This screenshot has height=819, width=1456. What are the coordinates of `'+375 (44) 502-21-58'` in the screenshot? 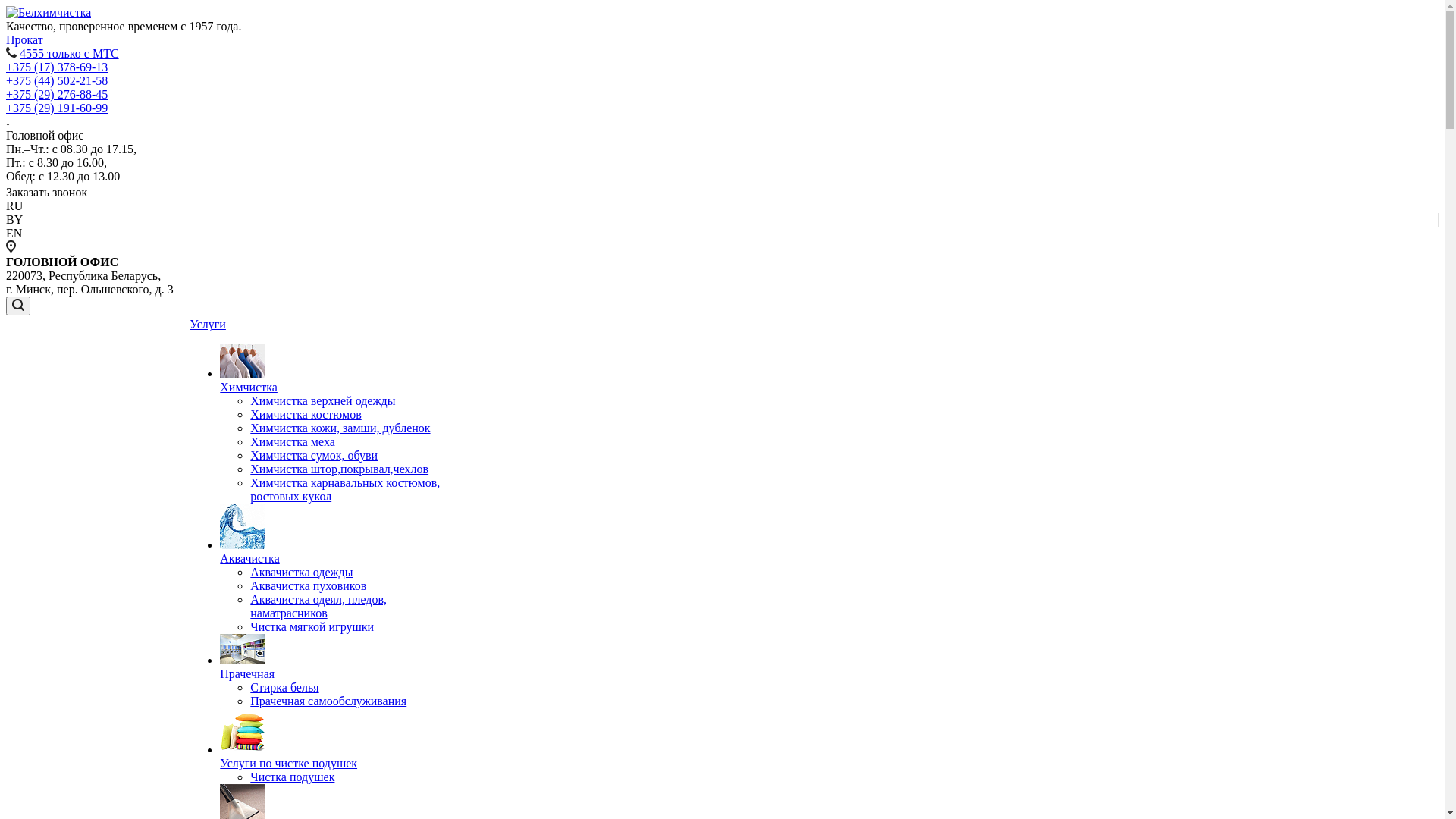 It's located at (57, 80).